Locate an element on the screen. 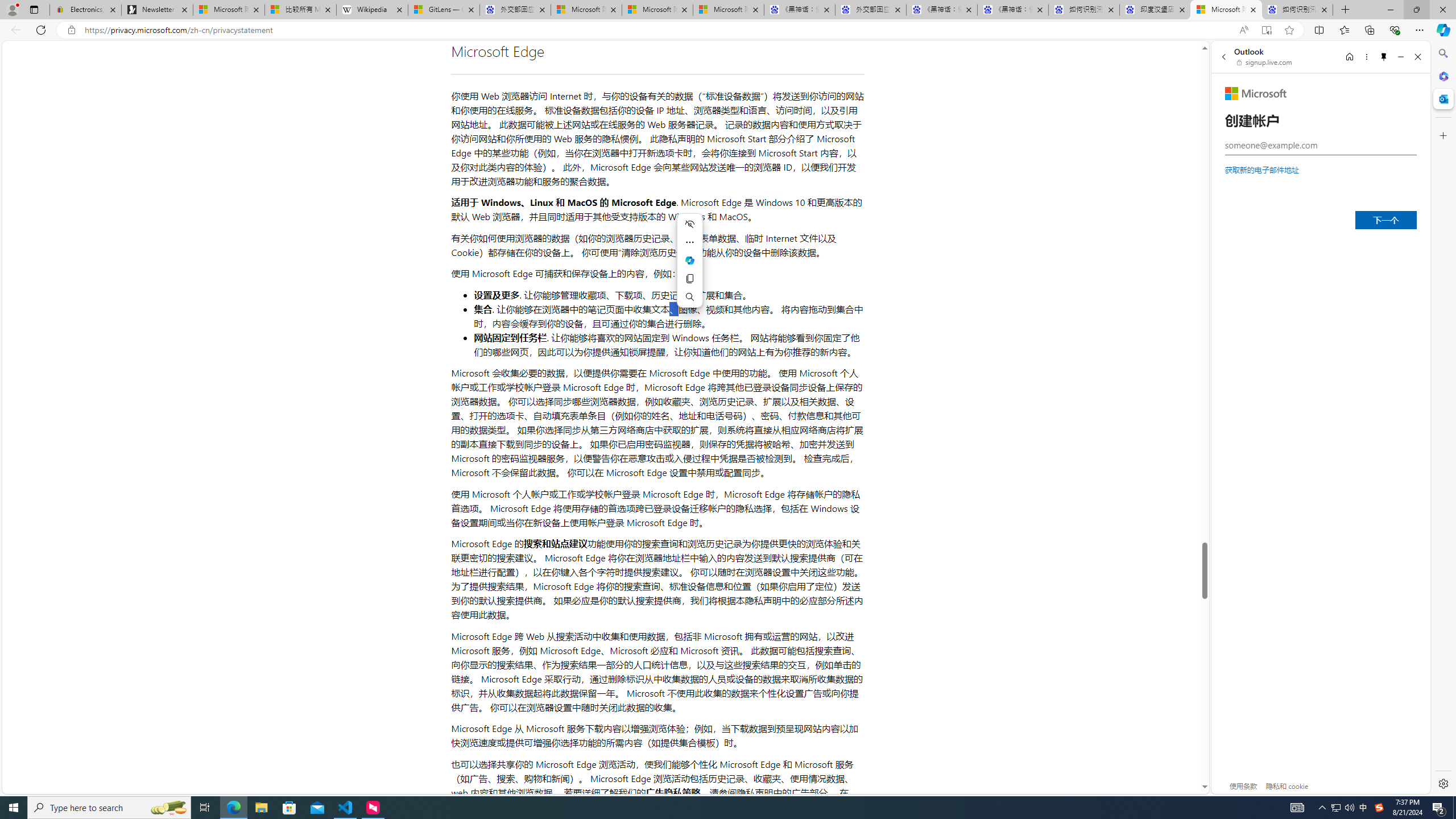 Image resolution: width=1456 pixels, height=819 pixels. 'signup.live.com' is located at coordinates (1264, 61).